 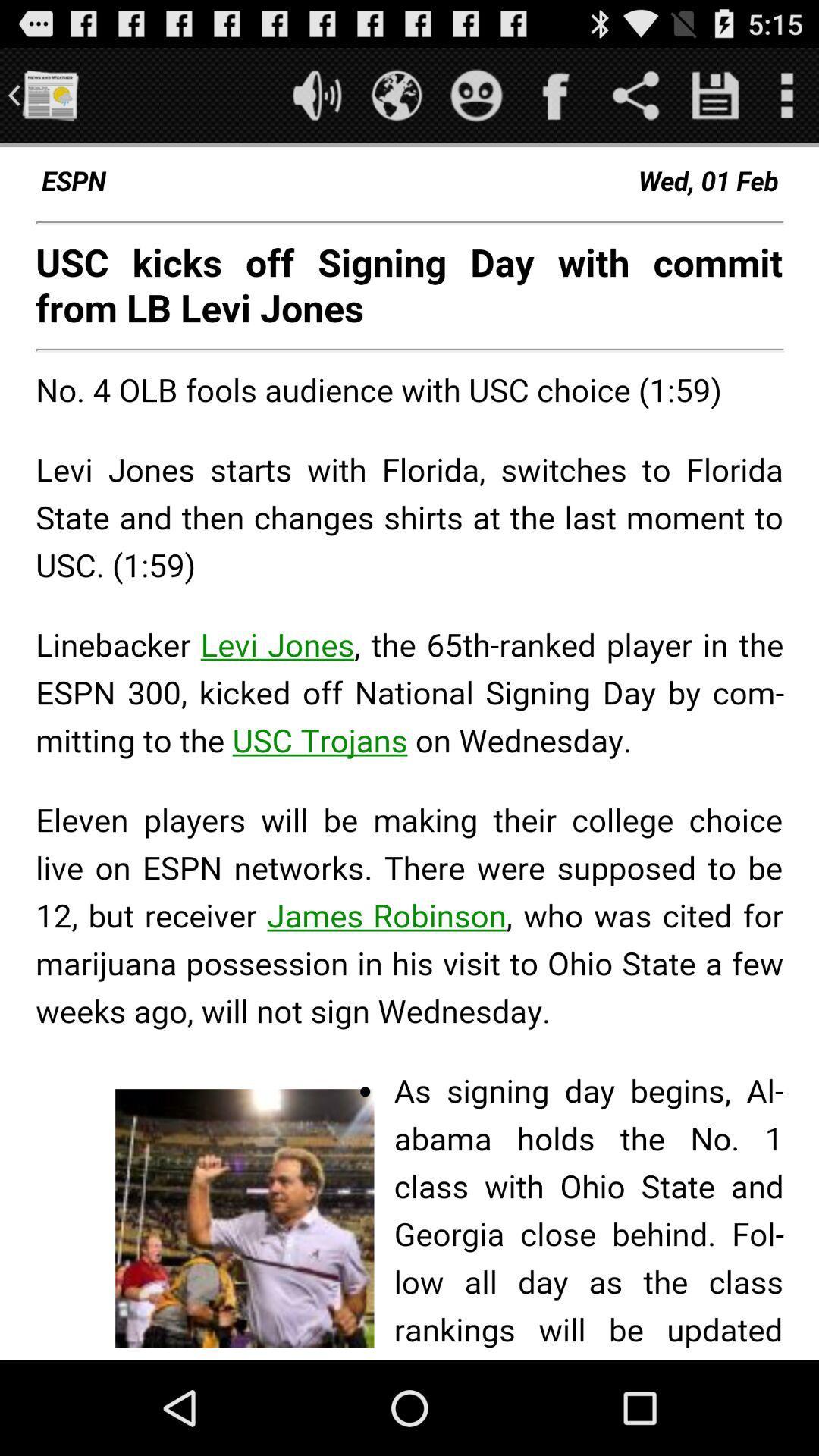 What do you see at coordinates (635, 101) in the screenshot?
I see `the share icon` at bounding box center [635, 101].